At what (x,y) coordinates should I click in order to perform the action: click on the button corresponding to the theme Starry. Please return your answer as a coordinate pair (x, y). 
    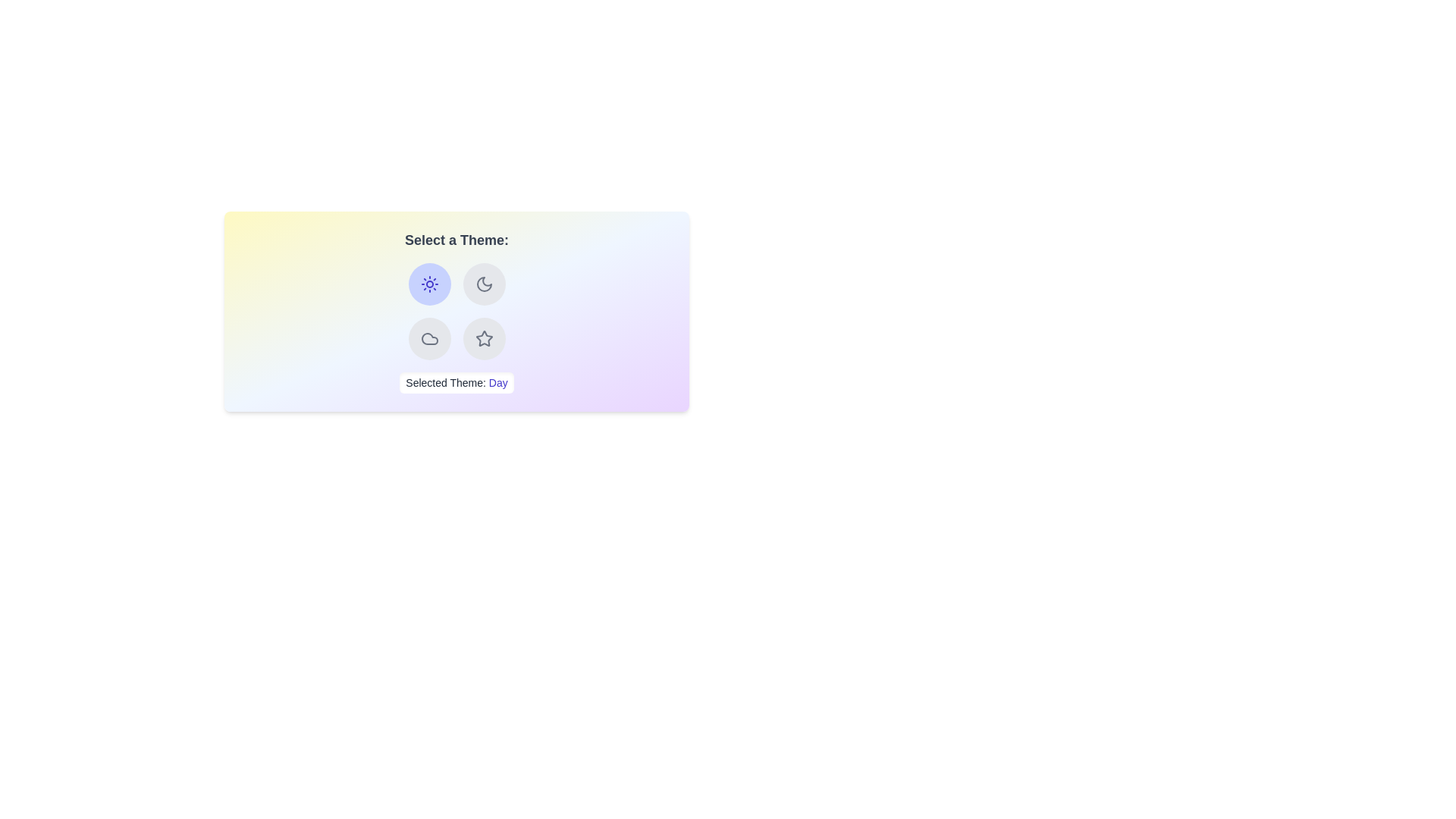
    Looking at the image, I should click on (483, 338).